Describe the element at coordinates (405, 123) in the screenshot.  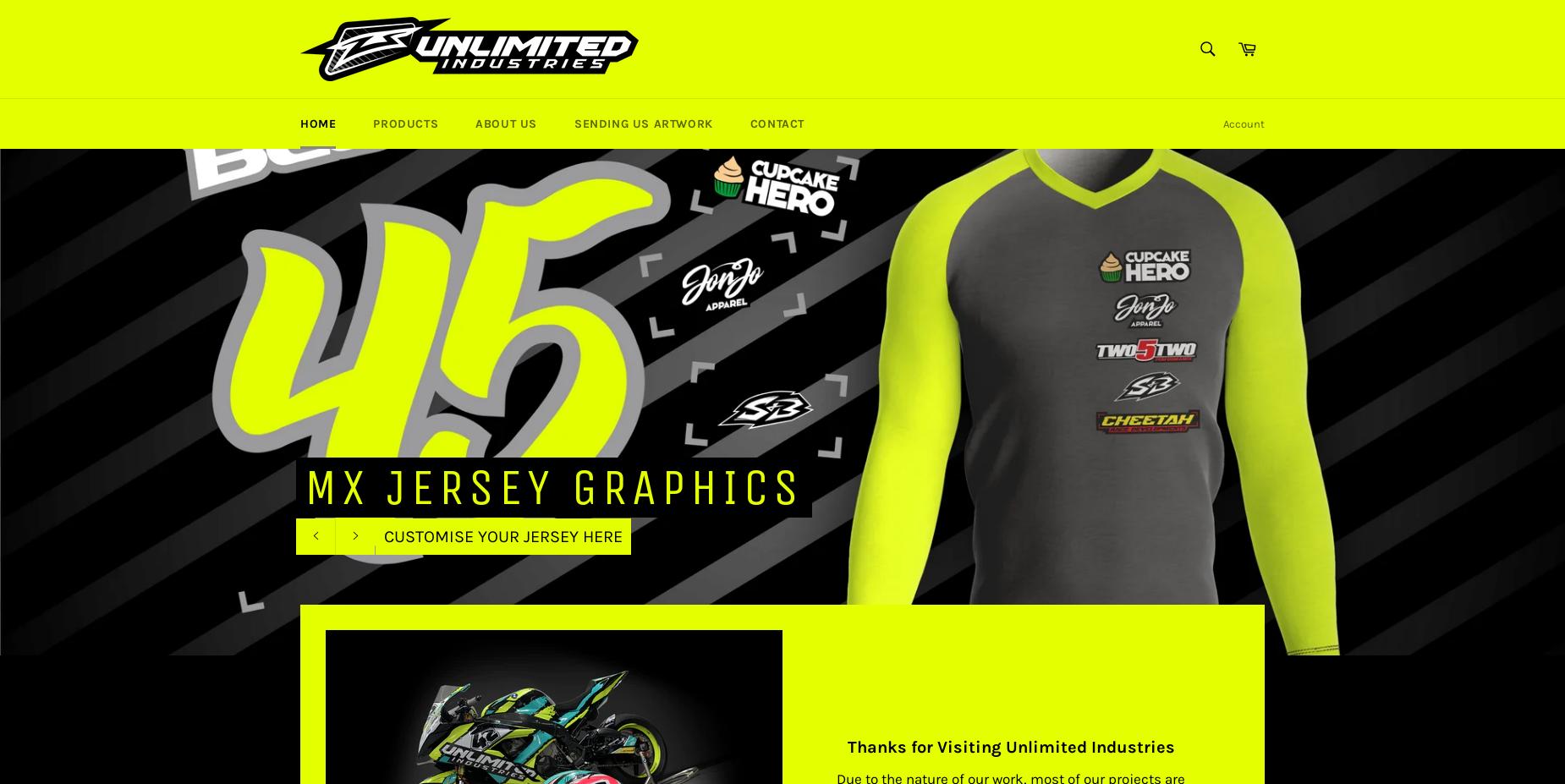
I see `'Products'` at that location.